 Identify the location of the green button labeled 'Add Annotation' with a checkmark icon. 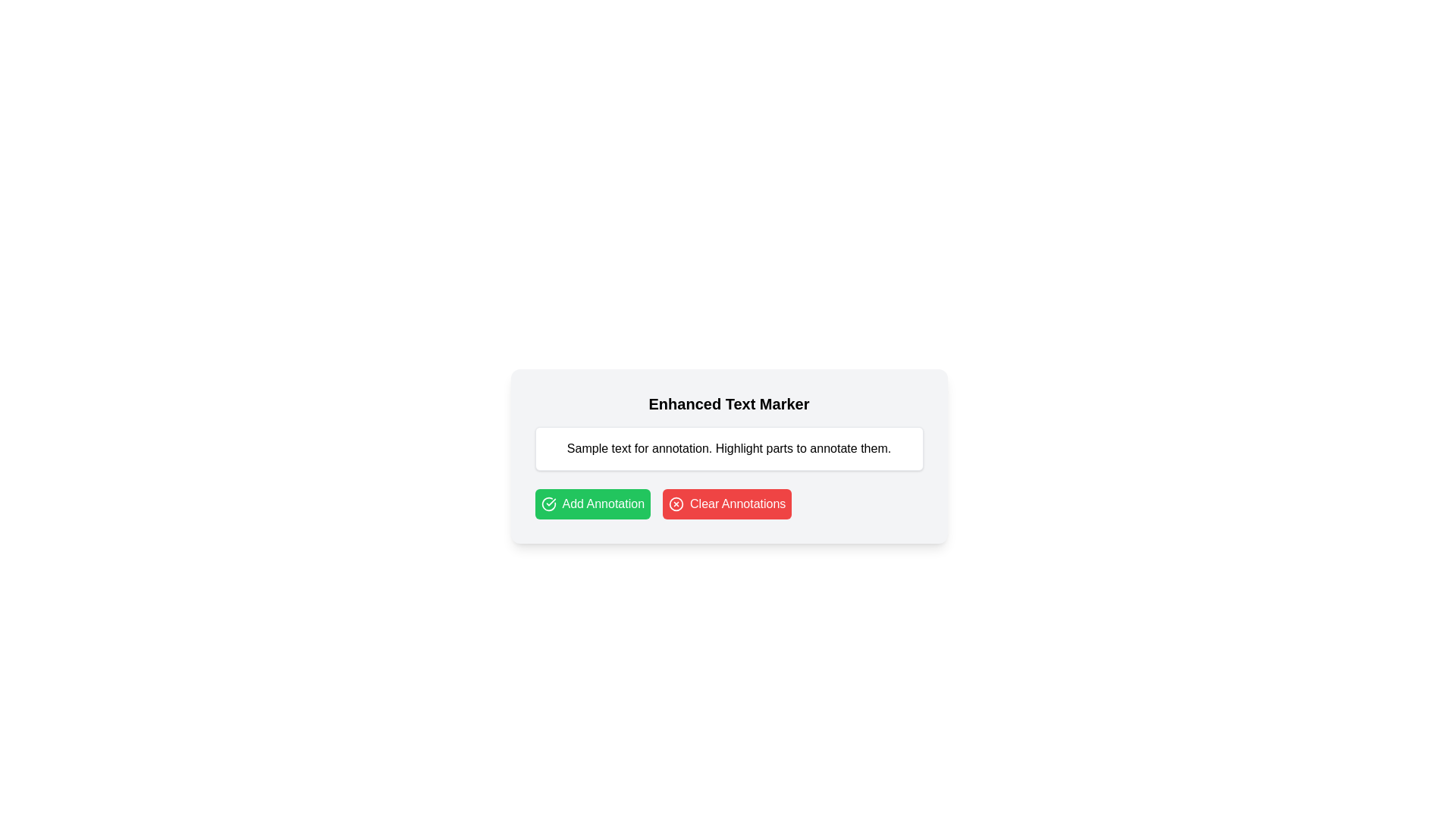
(591, 504).